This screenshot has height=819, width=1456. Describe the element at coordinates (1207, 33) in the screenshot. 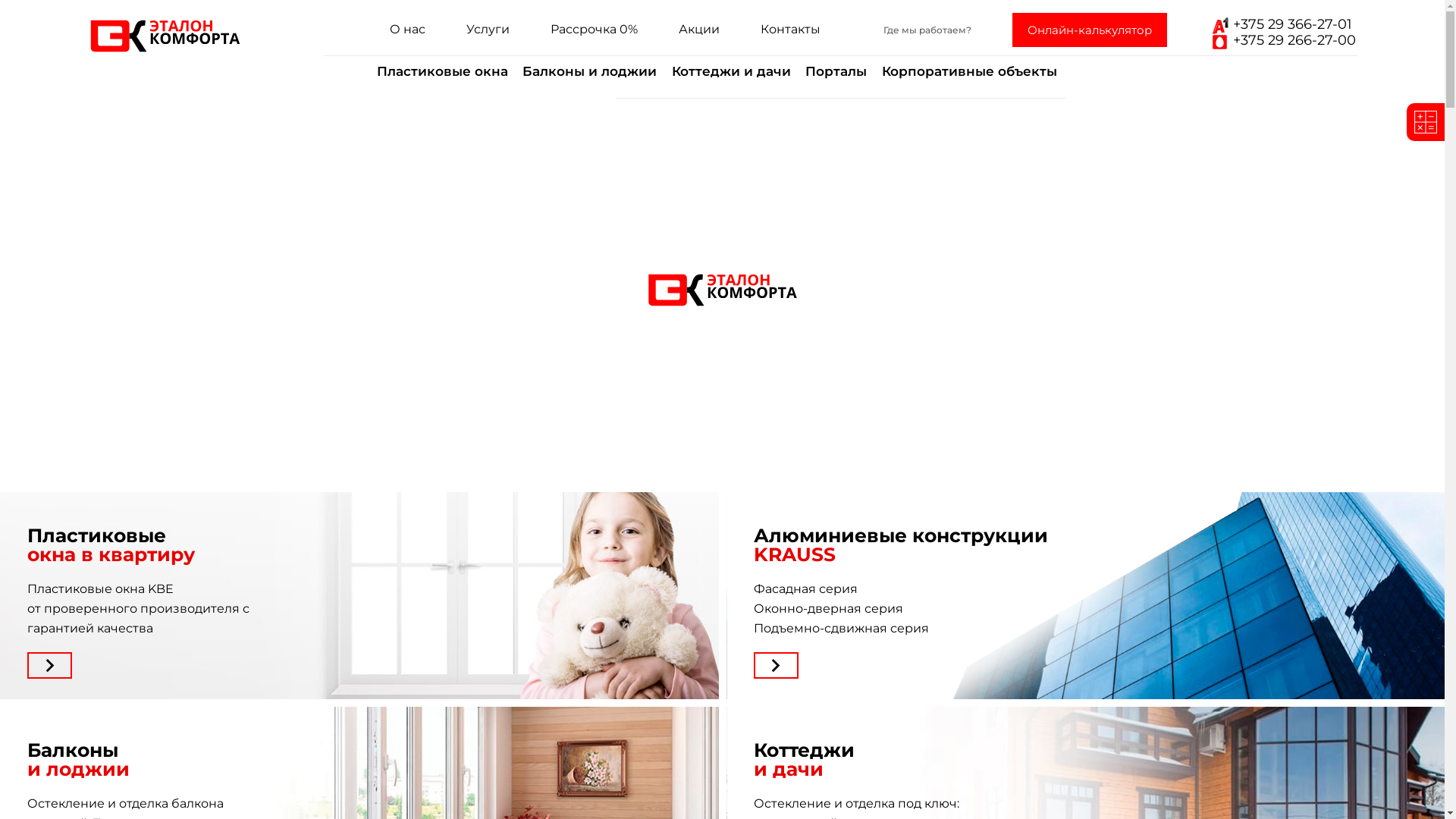

I see `'+375 29 366-27-01` at that location.